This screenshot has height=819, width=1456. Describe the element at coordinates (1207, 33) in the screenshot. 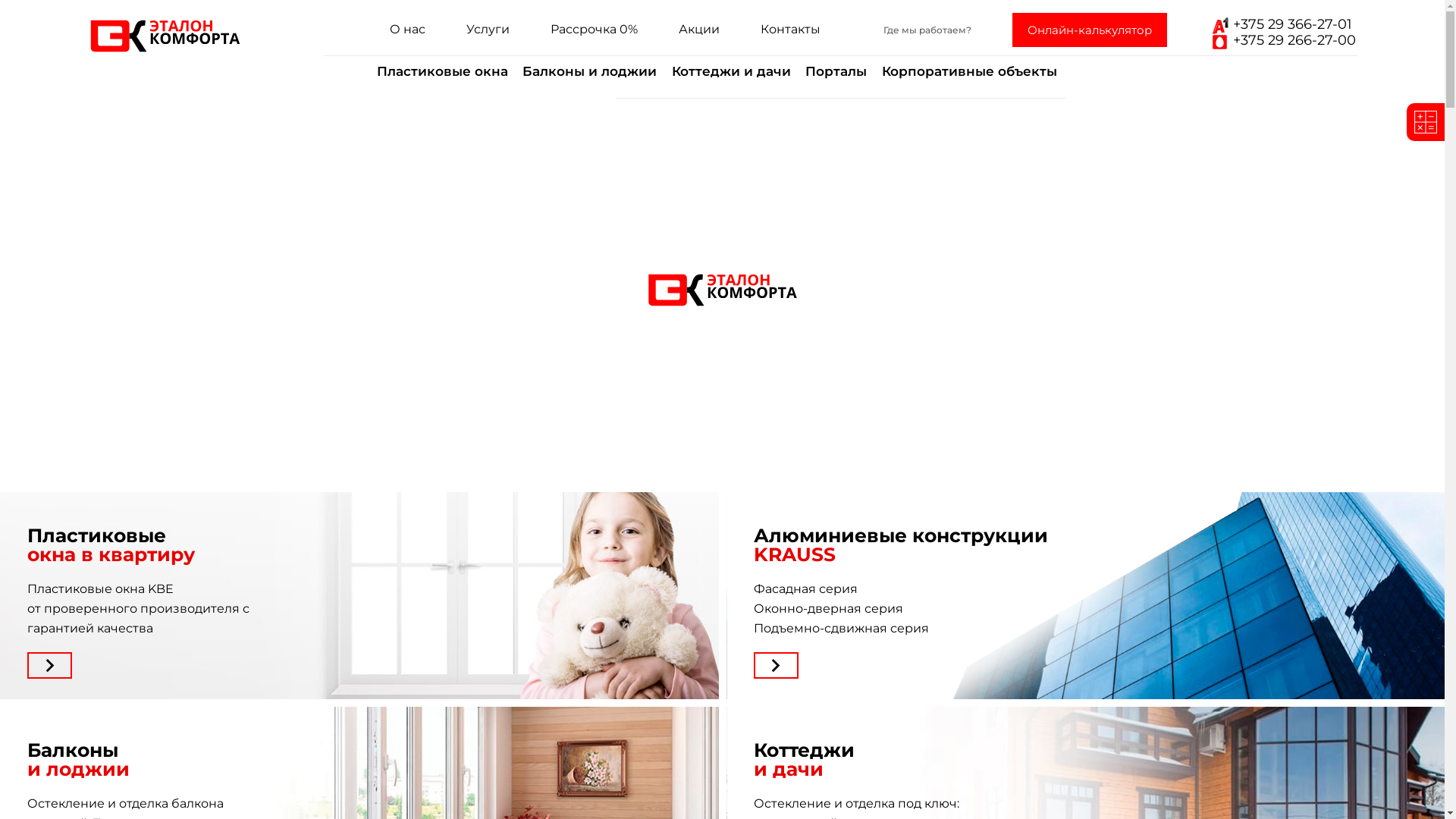

I see `'+375 29 366-27-01` at that location.